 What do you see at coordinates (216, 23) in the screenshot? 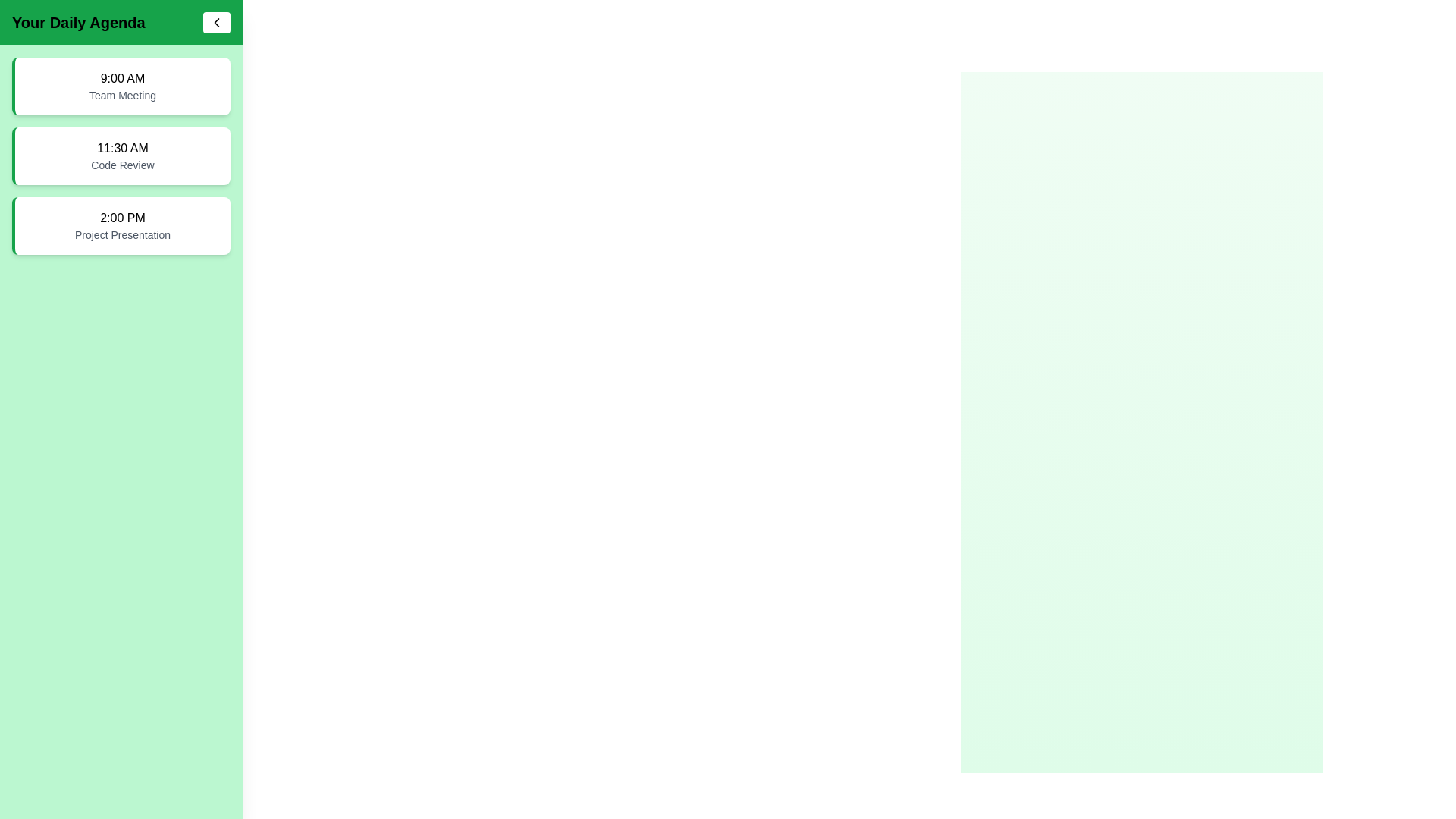
I see `the rectangular button with a white background and a chevron-left icon located in the top-right corner of the green header bar labeled 'Your Daily Agenda'` at bounding box center [216, 23].